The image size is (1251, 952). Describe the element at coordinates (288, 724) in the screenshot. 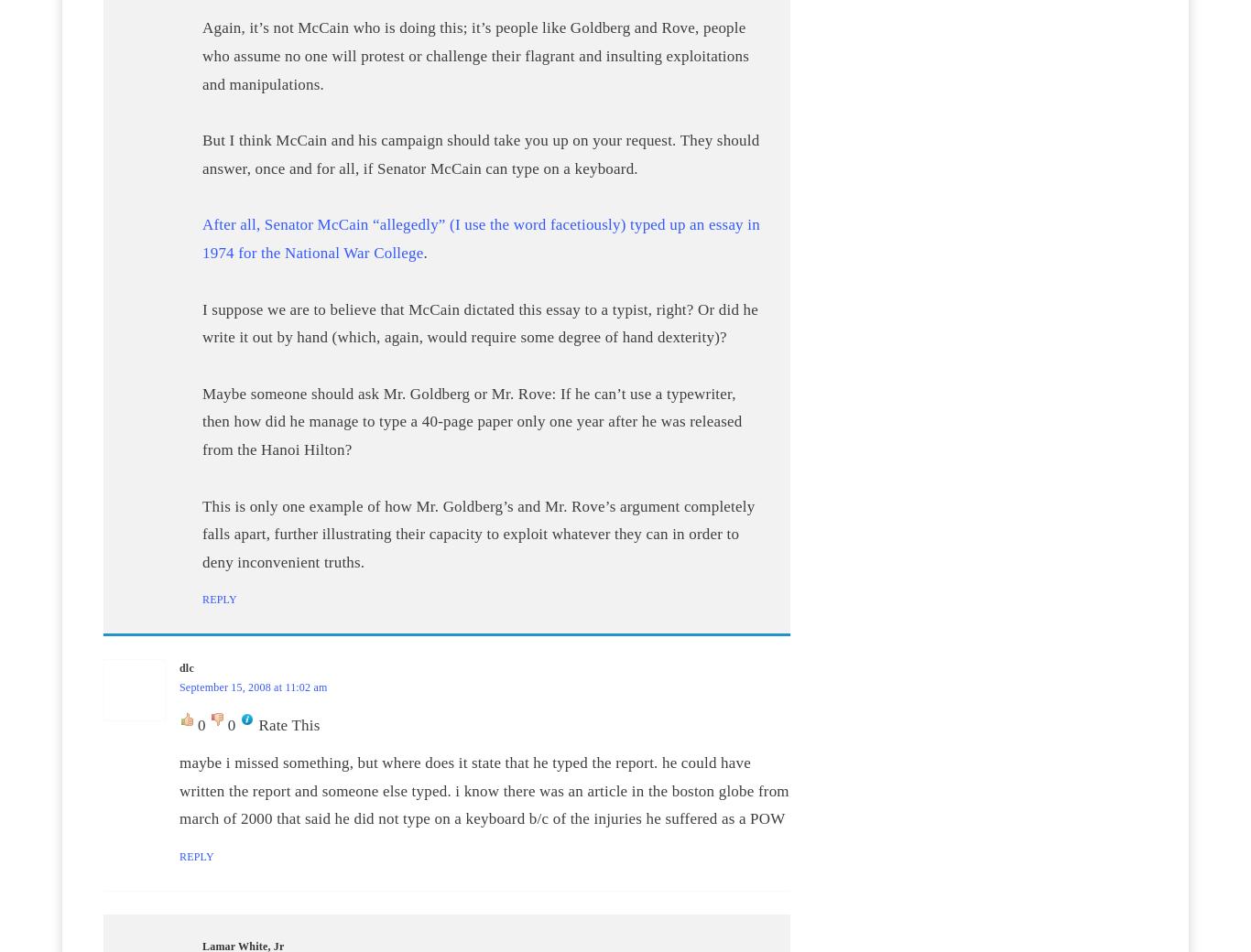

I see `'Rate This'` at that location.